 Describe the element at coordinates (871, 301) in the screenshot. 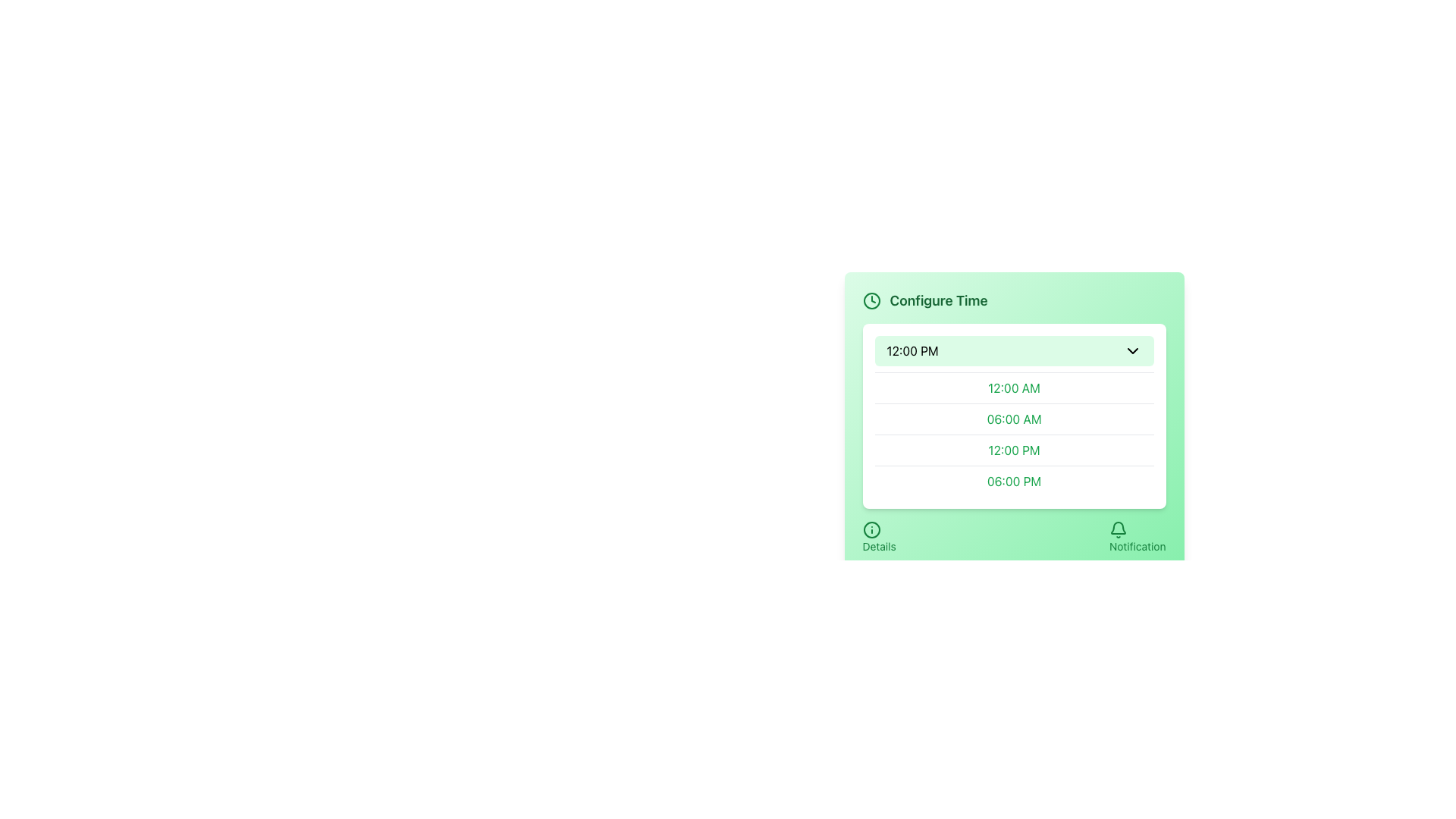

I see `the green circle SVG graphical element that is part of the clock icon in the top-left area of the time configuration options panel` at that location.